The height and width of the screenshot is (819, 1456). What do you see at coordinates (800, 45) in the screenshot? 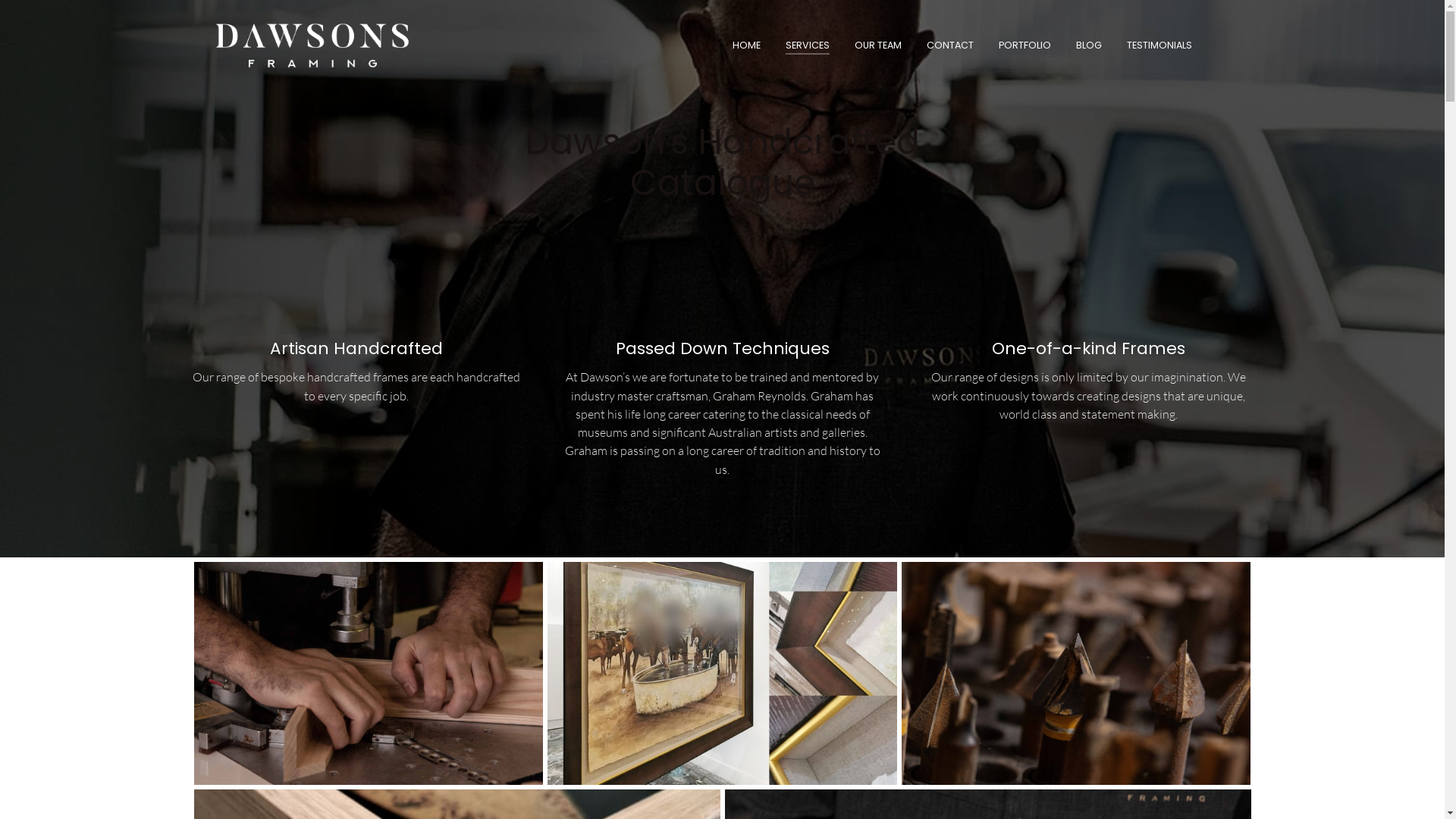
I see `'SERVICES'` at bounding box center [800, 45].